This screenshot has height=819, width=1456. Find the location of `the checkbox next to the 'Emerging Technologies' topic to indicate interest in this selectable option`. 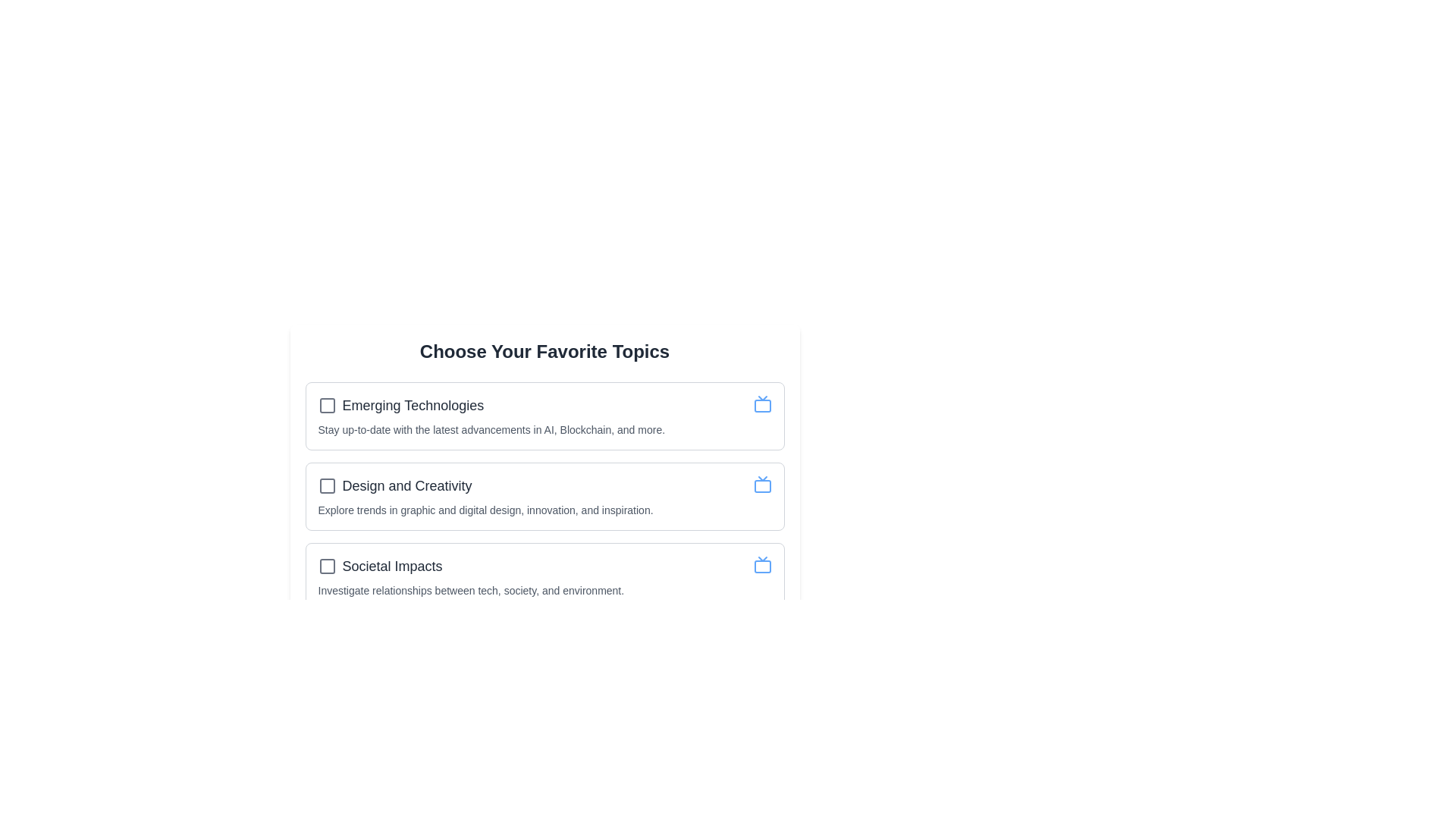

the checkbox next to the 'Emerging Technologies' topic to indicate interest in this selectable option is located at coordinates (400, 405).